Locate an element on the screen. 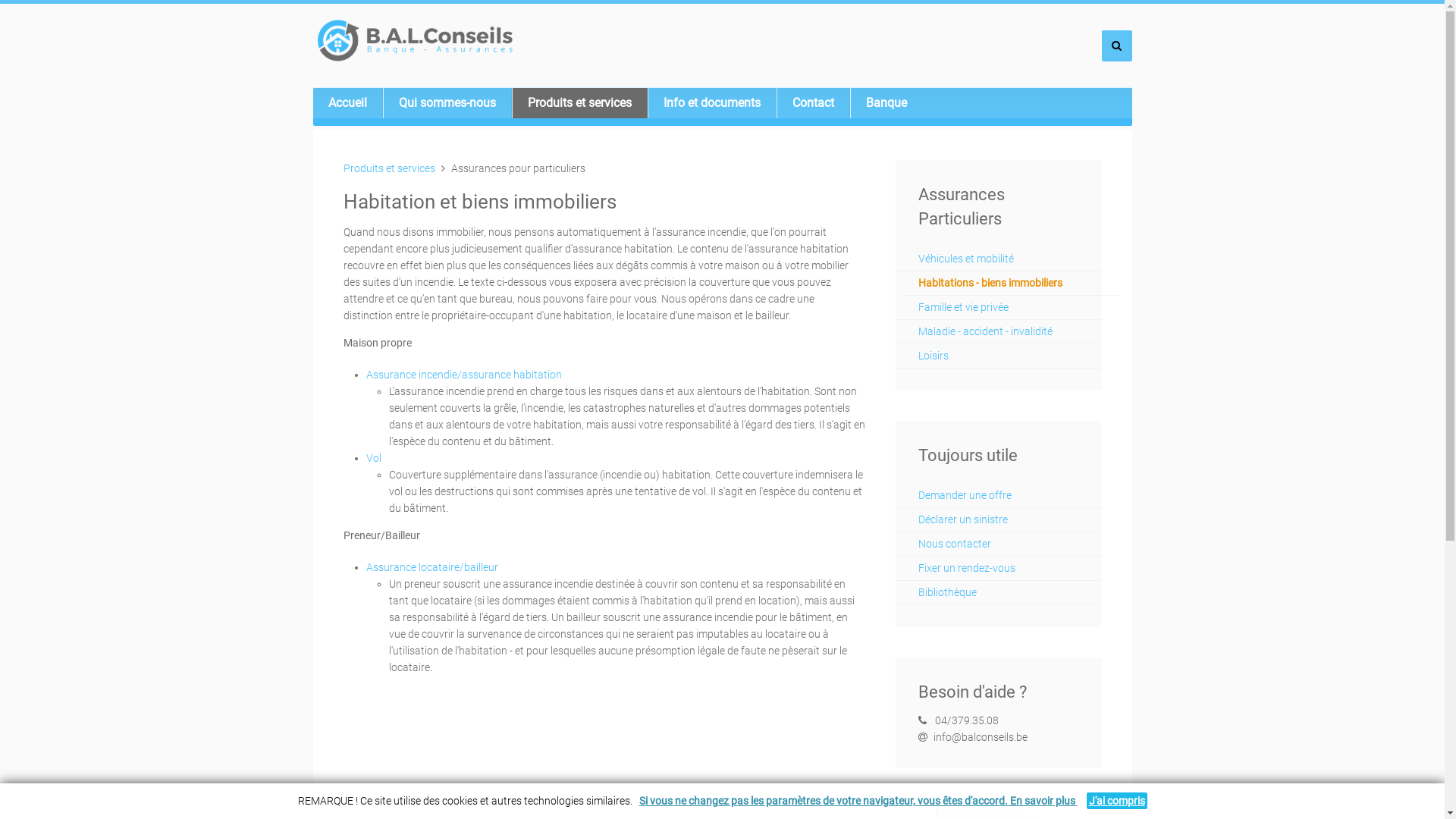 The height and width of the screenshot is (819, 1456). 'Vol' is located at coordinates (372, 457).